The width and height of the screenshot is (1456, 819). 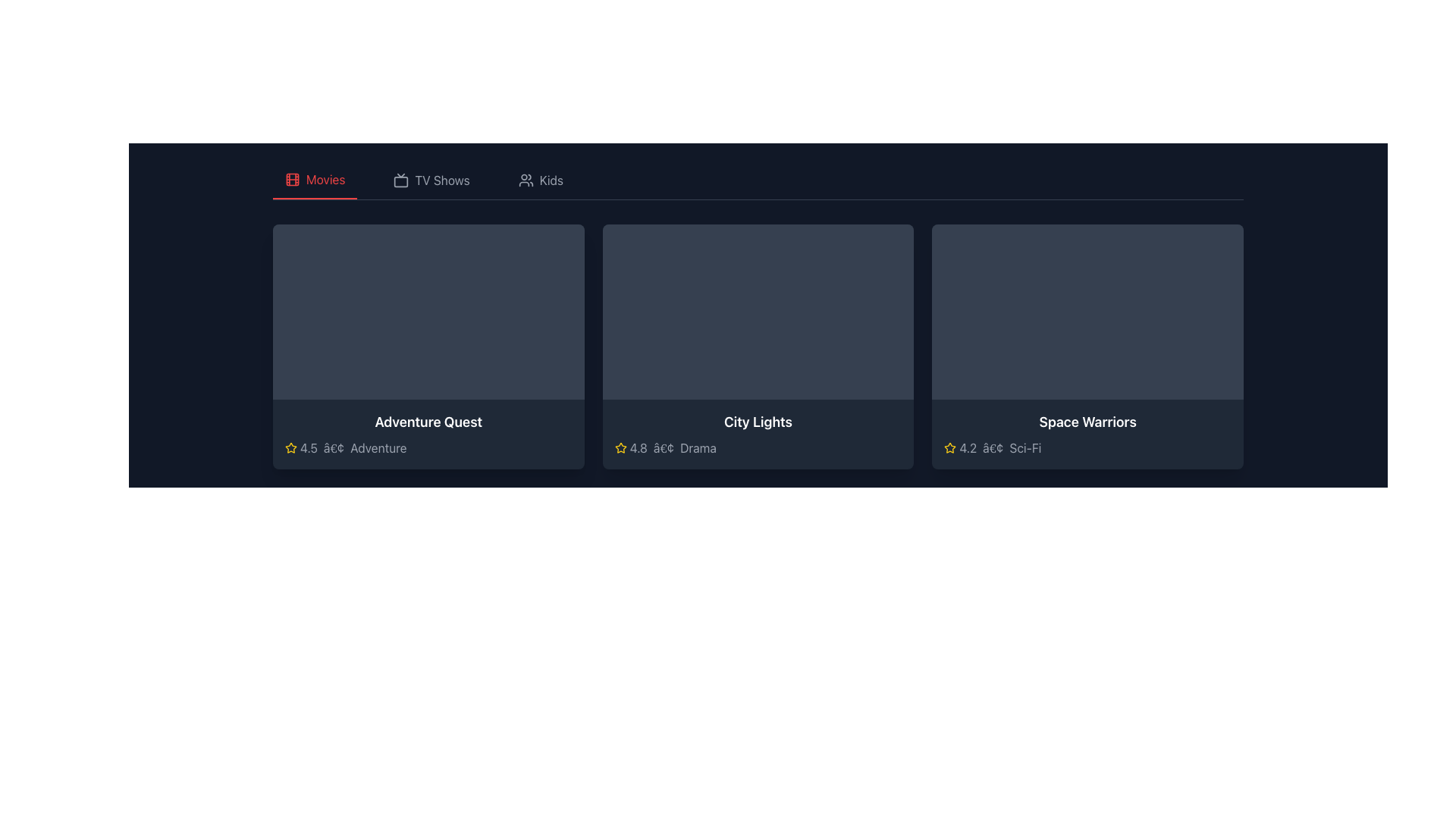 I want to click on numeric text '4.8' styled with a gray font color, which is located next to a yellow star icon in the metadata row for the item 'City Lights', so click(x=639, y=447).